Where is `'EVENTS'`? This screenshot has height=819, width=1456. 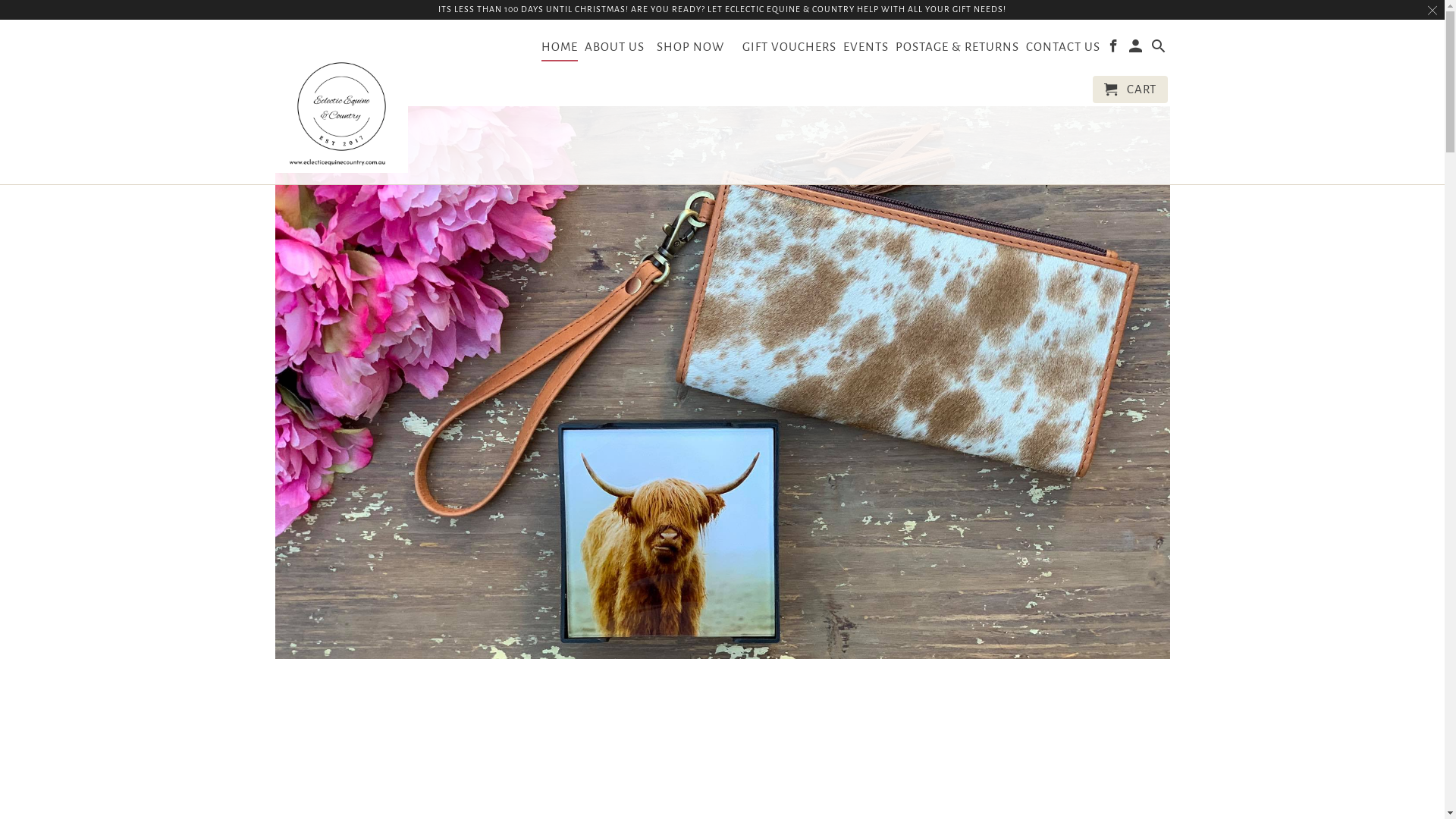
'EVENTS' is located at coordinates (843, 49).